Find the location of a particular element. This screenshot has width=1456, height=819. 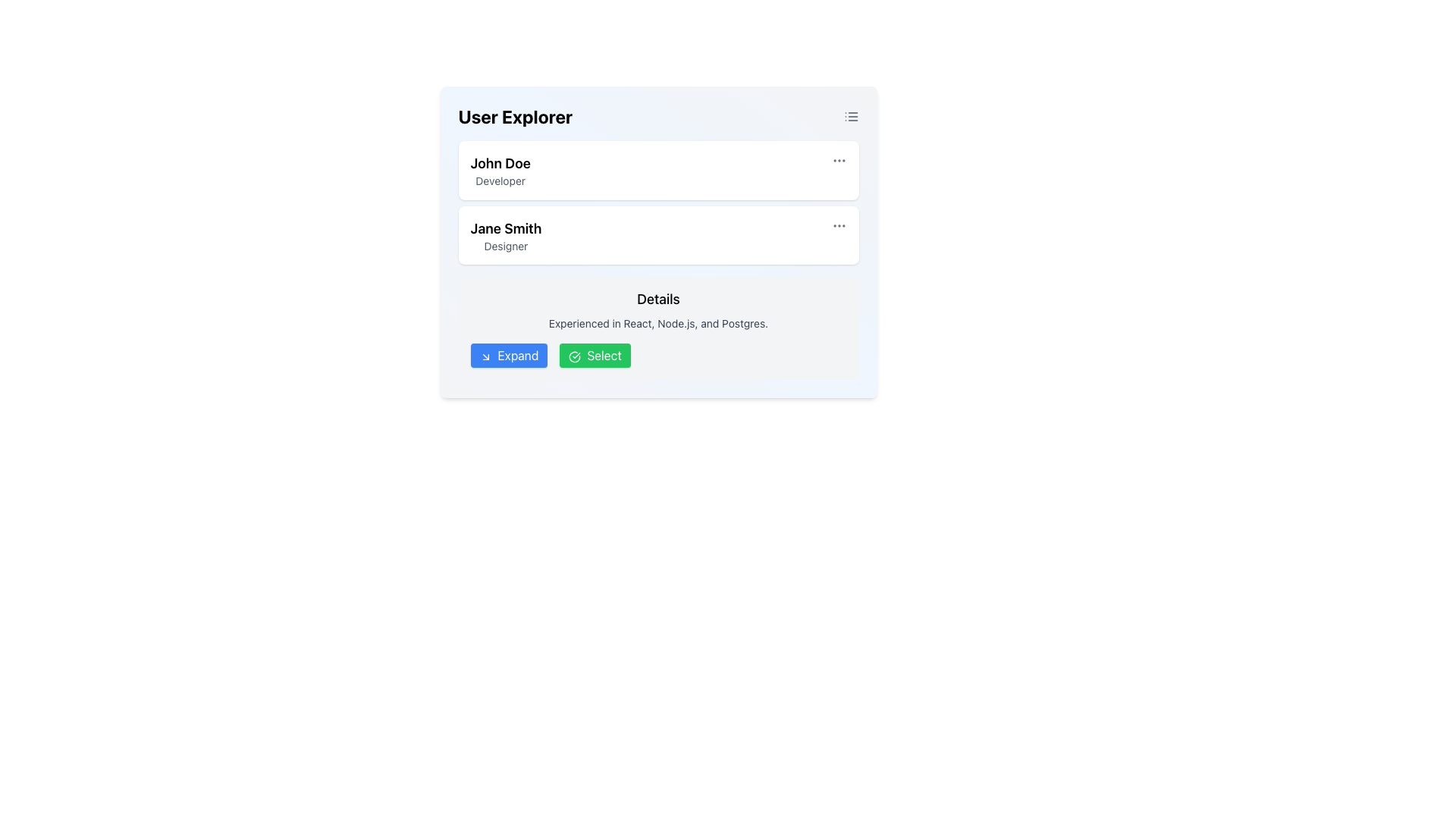

the user information block displaying 'John Doe' is located at coordinates (500, 170).